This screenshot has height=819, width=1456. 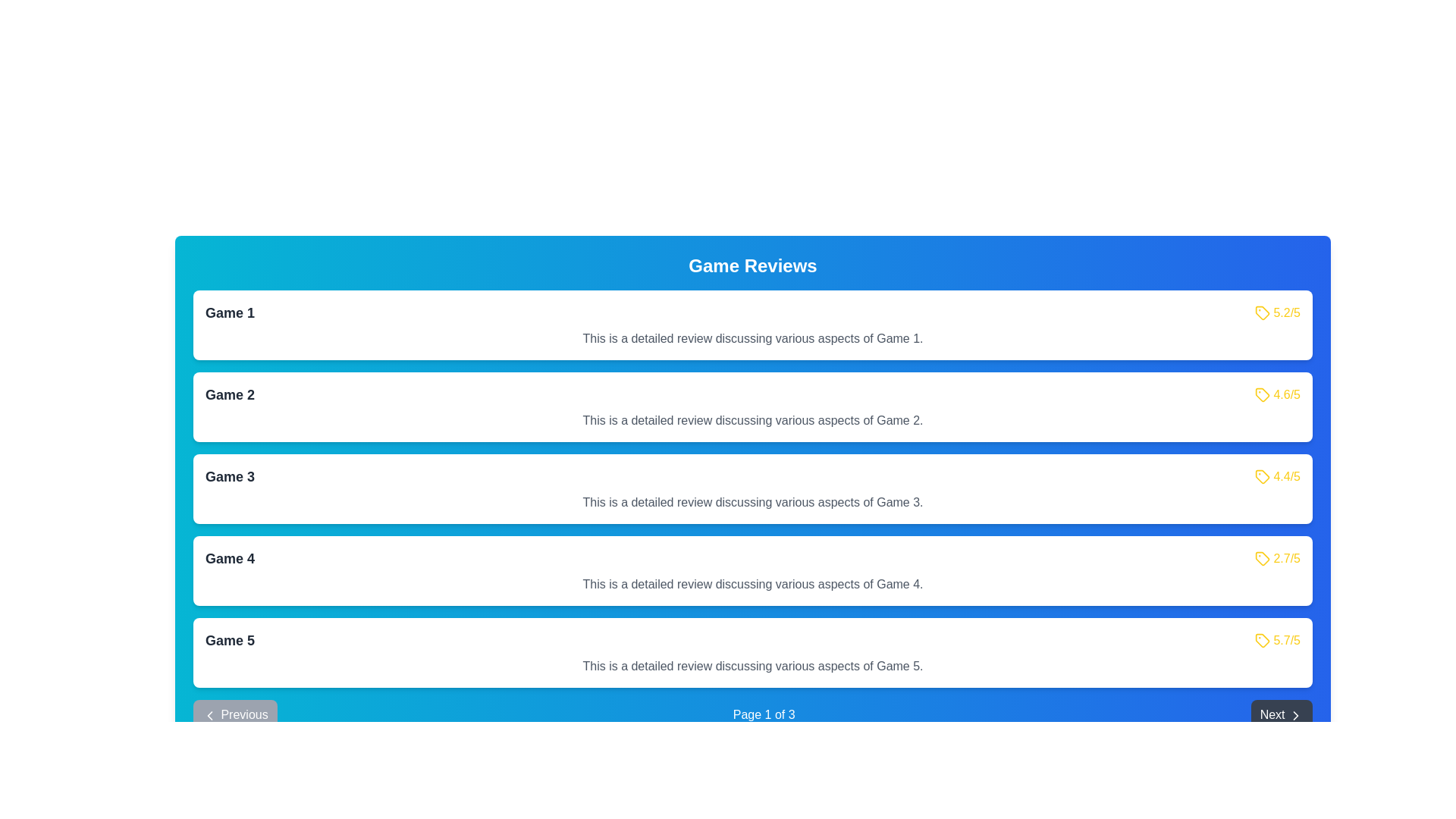 What do you see at coordinates (1277, 475) in the screenshot?
I see `the rating information element displayed next to the title 'Game 3'` at bounding box center [1277, 475].